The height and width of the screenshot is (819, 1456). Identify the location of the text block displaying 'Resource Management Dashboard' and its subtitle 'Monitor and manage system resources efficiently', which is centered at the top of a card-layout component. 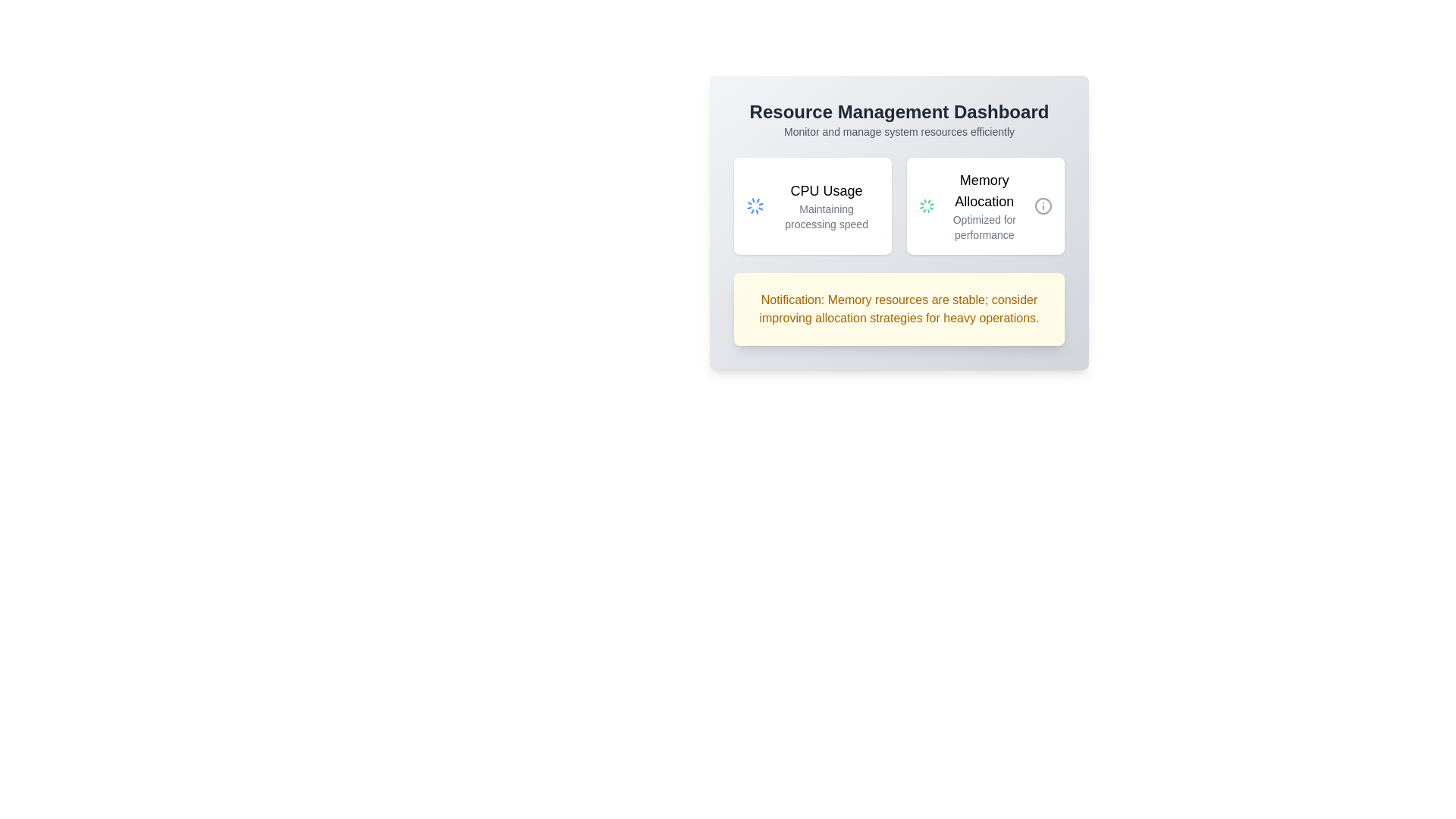
(899, 119).